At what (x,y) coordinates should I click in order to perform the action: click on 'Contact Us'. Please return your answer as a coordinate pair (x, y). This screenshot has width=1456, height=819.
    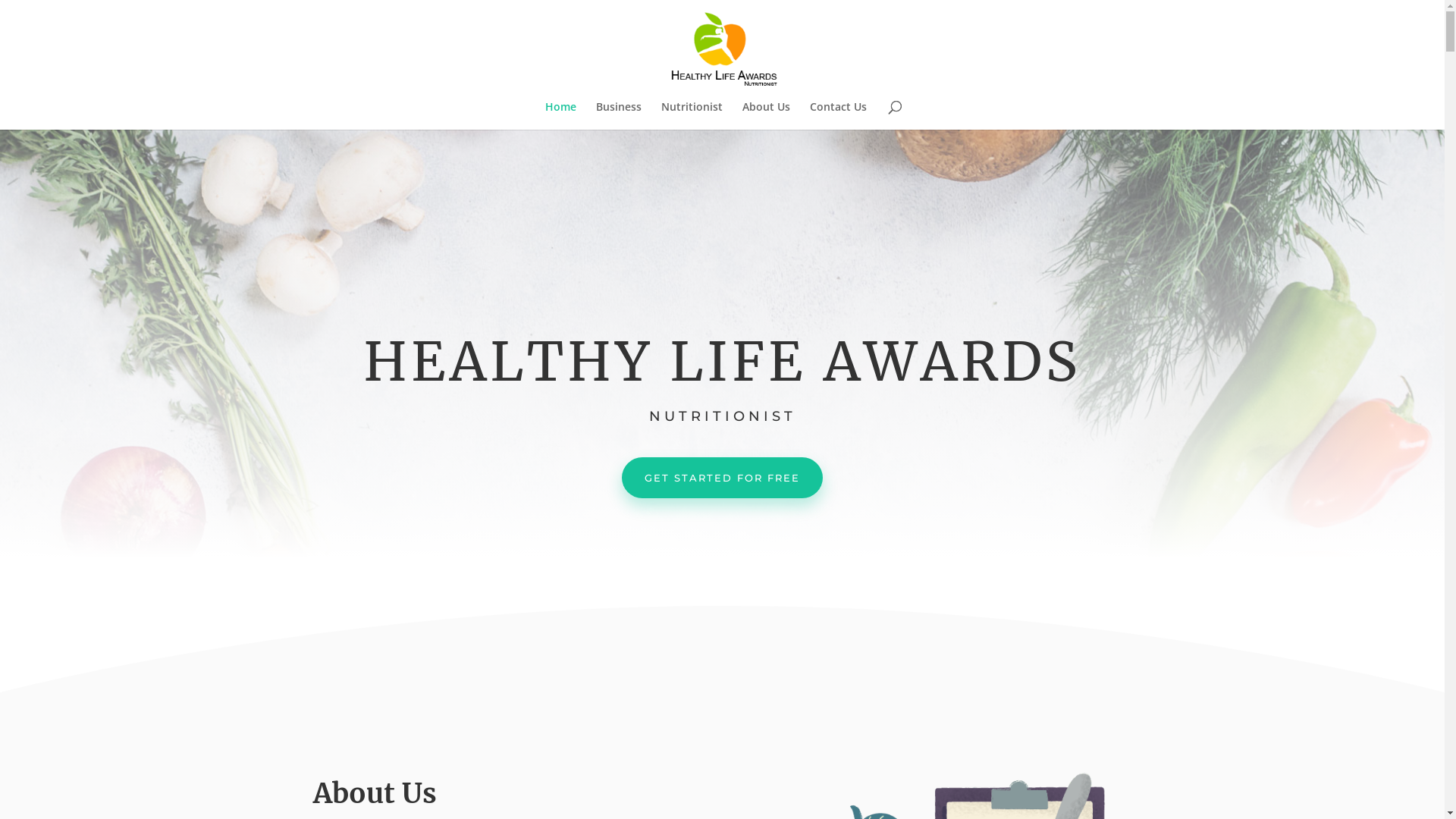
    Looking at the image, I should click on (809, 115).